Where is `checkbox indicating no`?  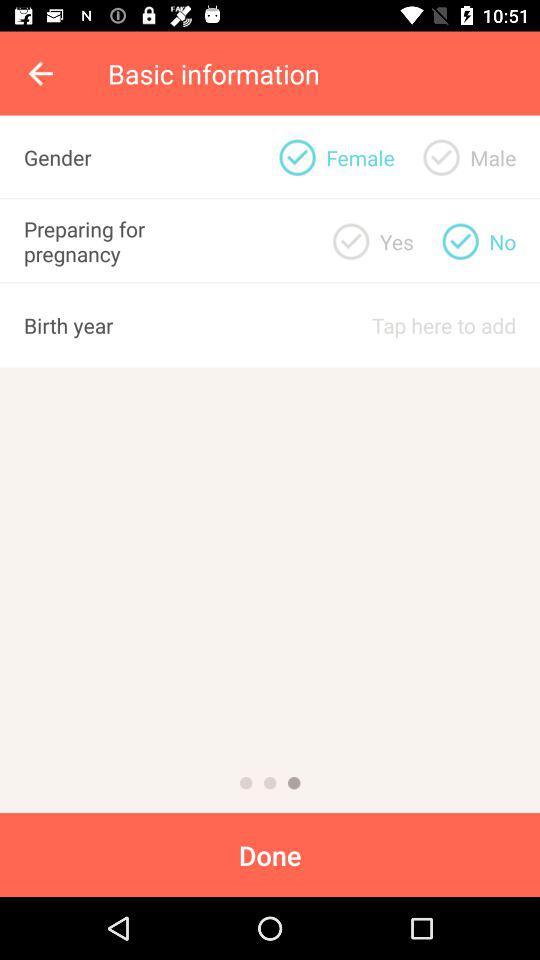
checkbox indicating no is located at coordinates (460, 240).